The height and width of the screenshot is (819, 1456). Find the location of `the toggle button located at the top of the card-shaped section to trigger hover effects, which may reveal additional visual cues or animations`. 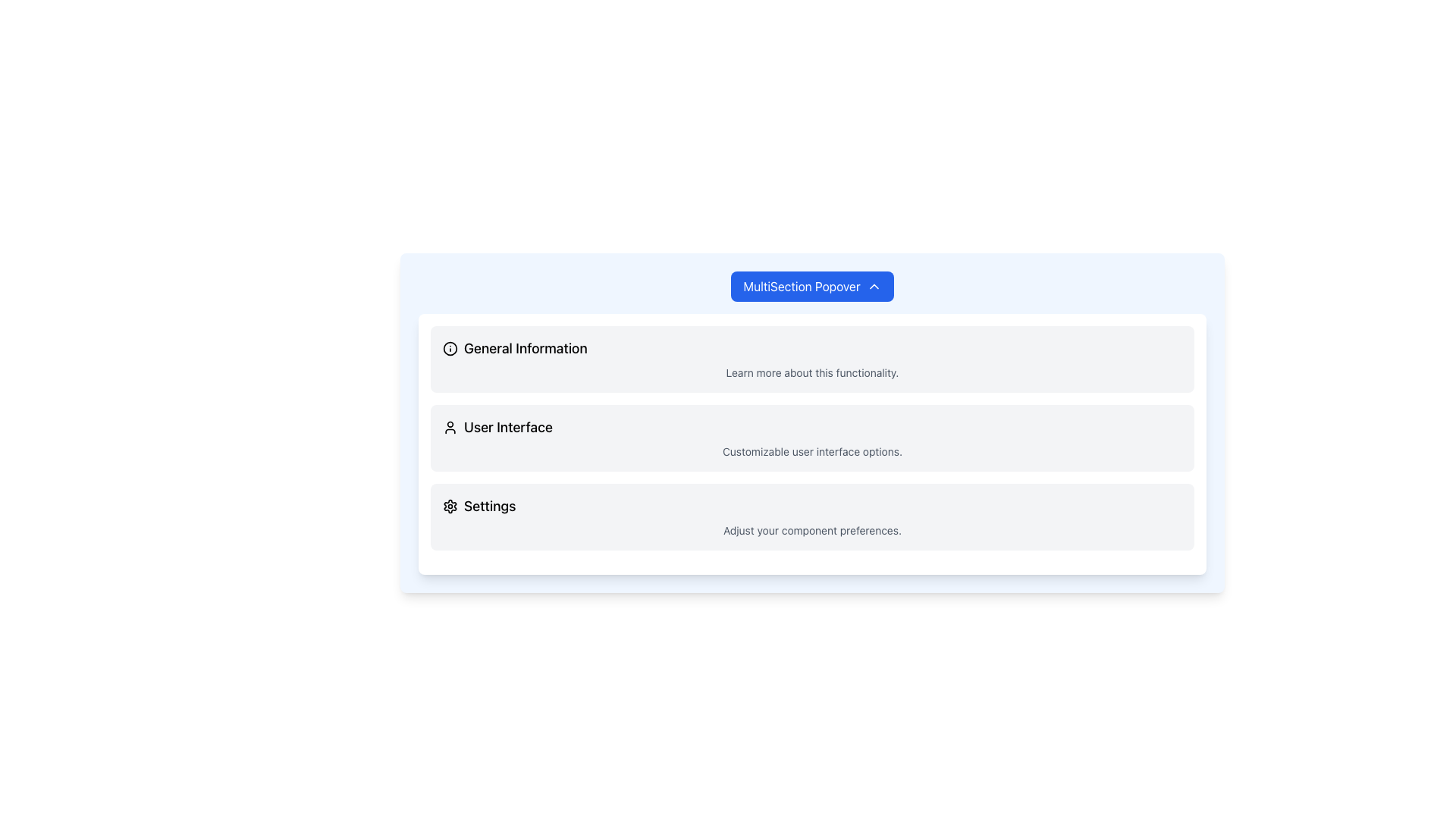

the toggle button located at the top of the card-shaped section to trigger hover effects, which may reveal additional visual cues or animations is located at coordinates (811, 287).